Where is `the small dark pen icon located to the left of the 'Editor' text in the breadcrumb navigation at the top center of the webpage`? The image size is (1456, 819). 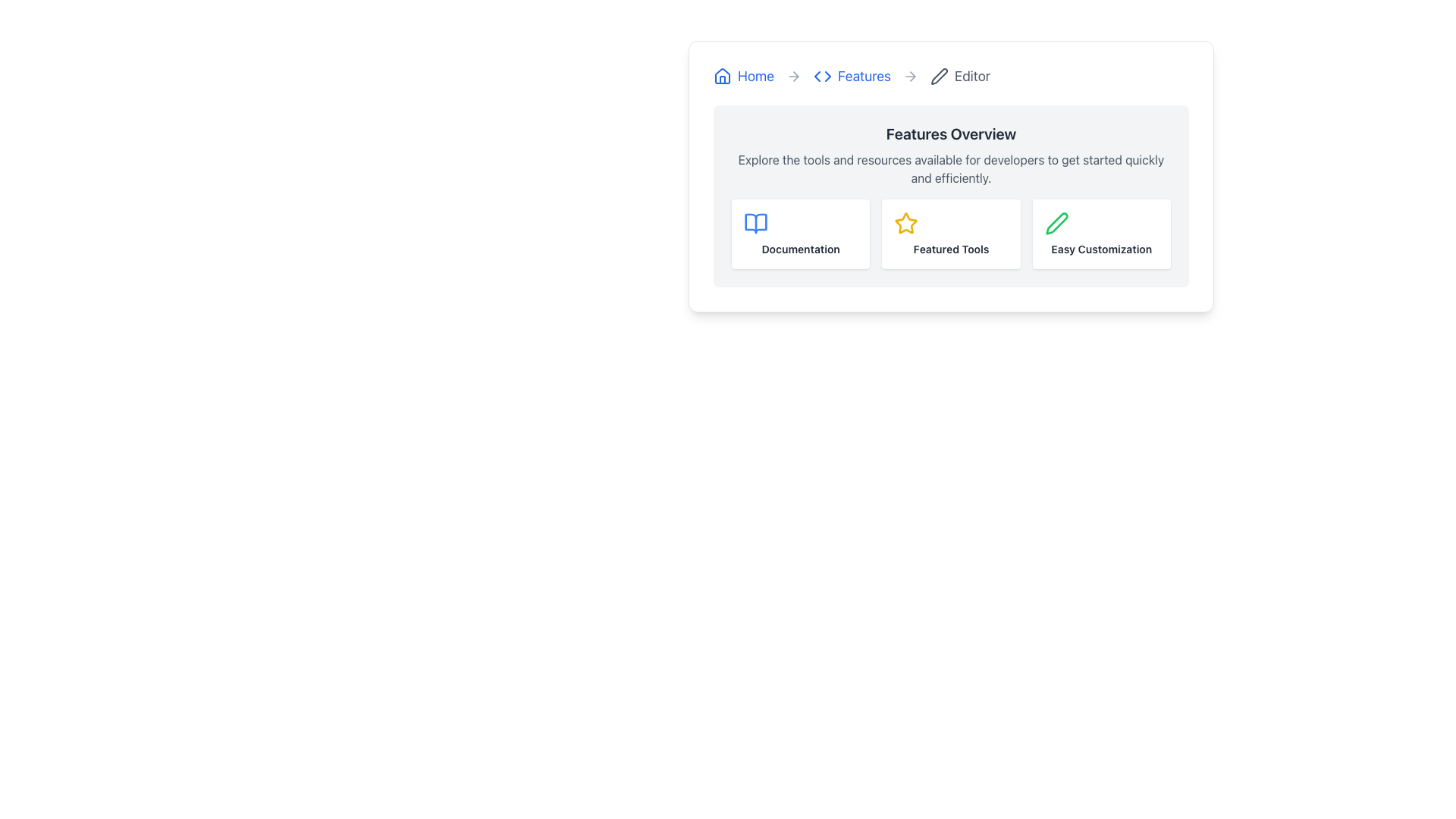
the small dark pen icon located to the left of the 'Editor' text in the breadcrumb navigation at the top center of the webpage is located at coordinates (938, 76).